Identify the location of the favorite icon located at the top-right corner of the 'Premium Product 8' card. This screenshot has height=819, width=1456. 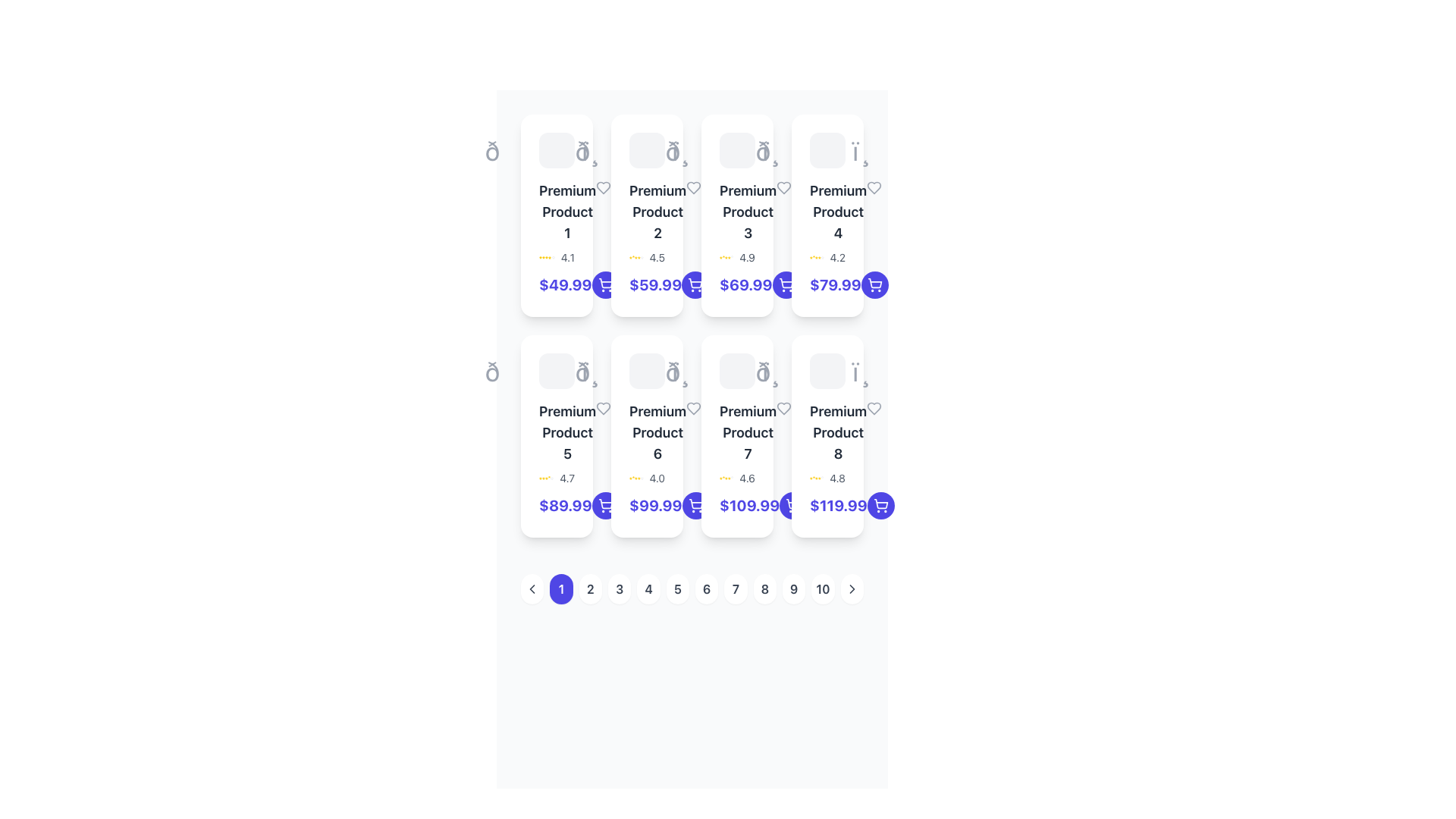
(874, 408).